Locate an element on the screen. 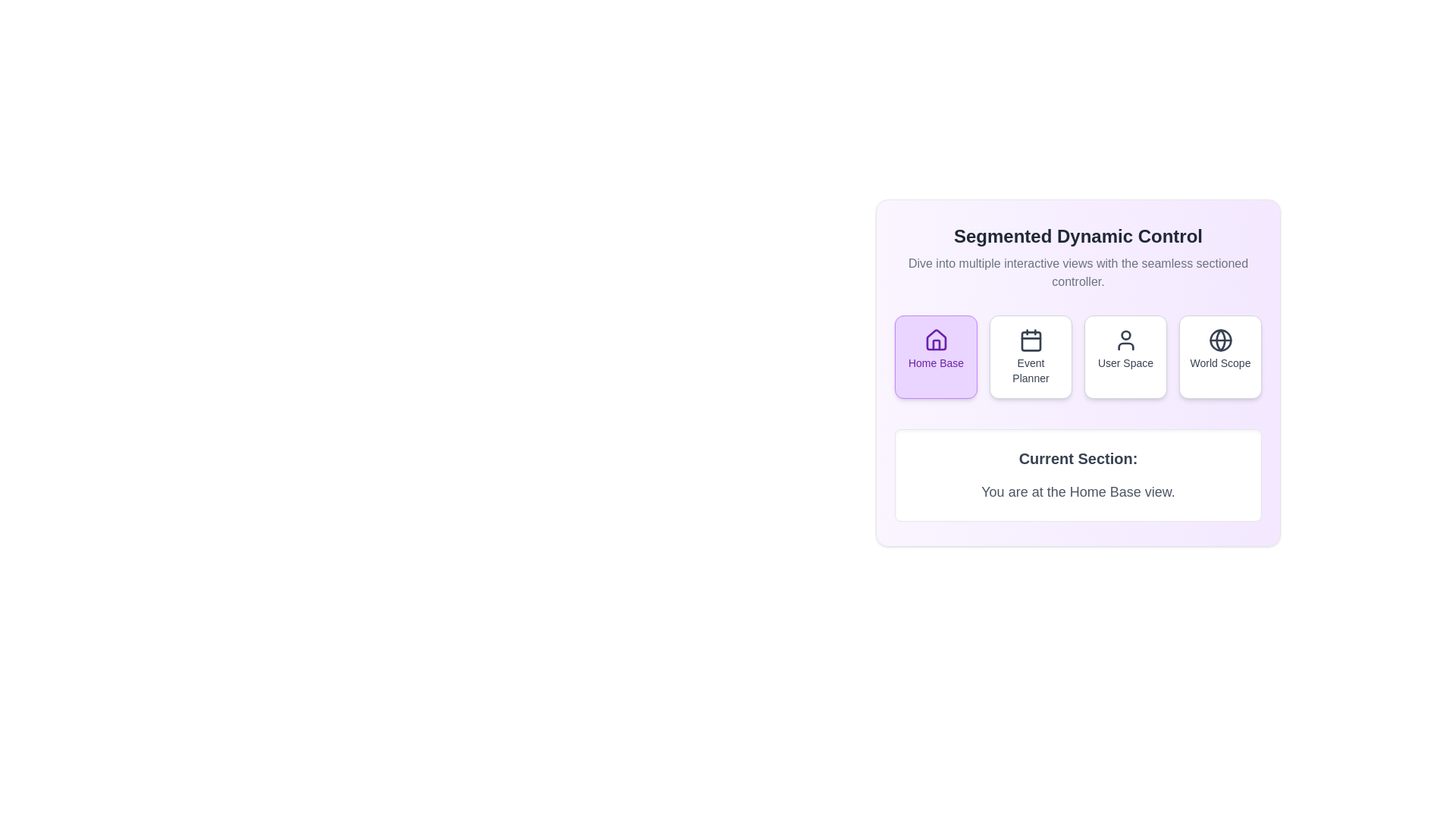 The image size is (1456, 819). the static text label that provides additional information about the 'Segmented Dynamic Control', positioned beneath the heading and centered within the purple section is located at coordinates (1077, 271).